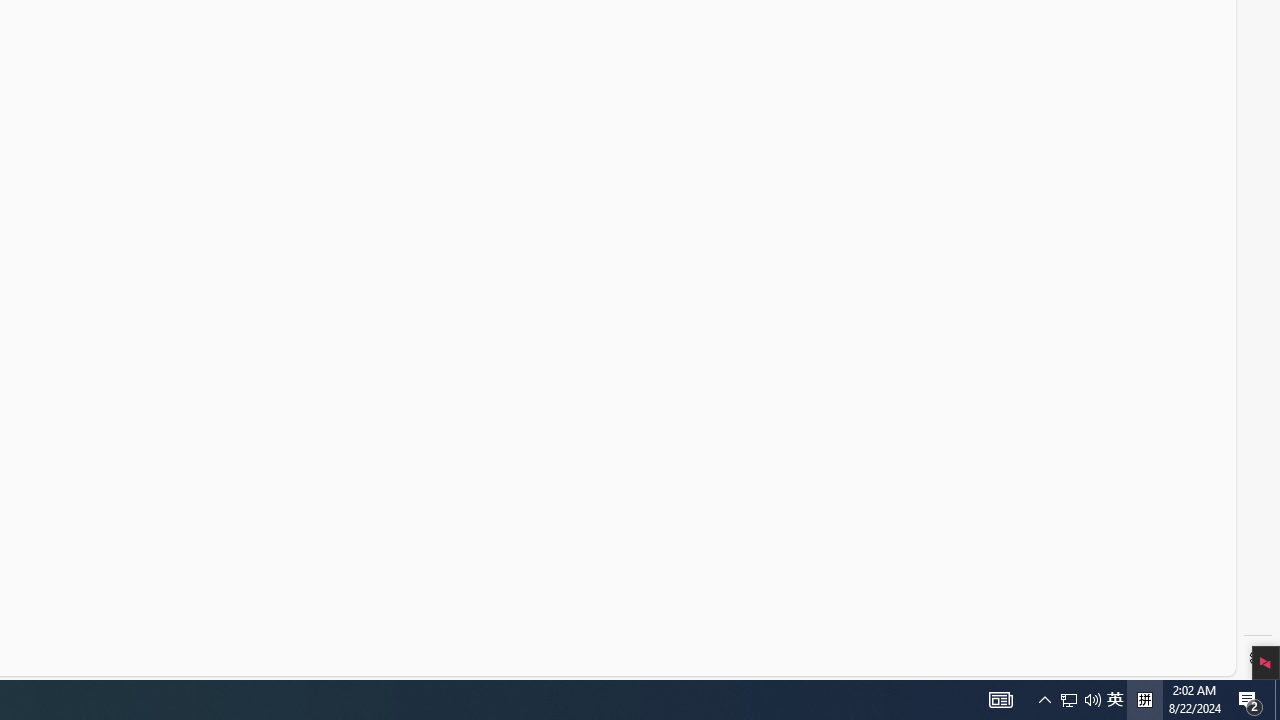 This screenshot has width=1280, height=720. Describe the element at coordinates (1250, 698) in the screenshot. I see `'Action Center, 2 new notifications'` at that location.